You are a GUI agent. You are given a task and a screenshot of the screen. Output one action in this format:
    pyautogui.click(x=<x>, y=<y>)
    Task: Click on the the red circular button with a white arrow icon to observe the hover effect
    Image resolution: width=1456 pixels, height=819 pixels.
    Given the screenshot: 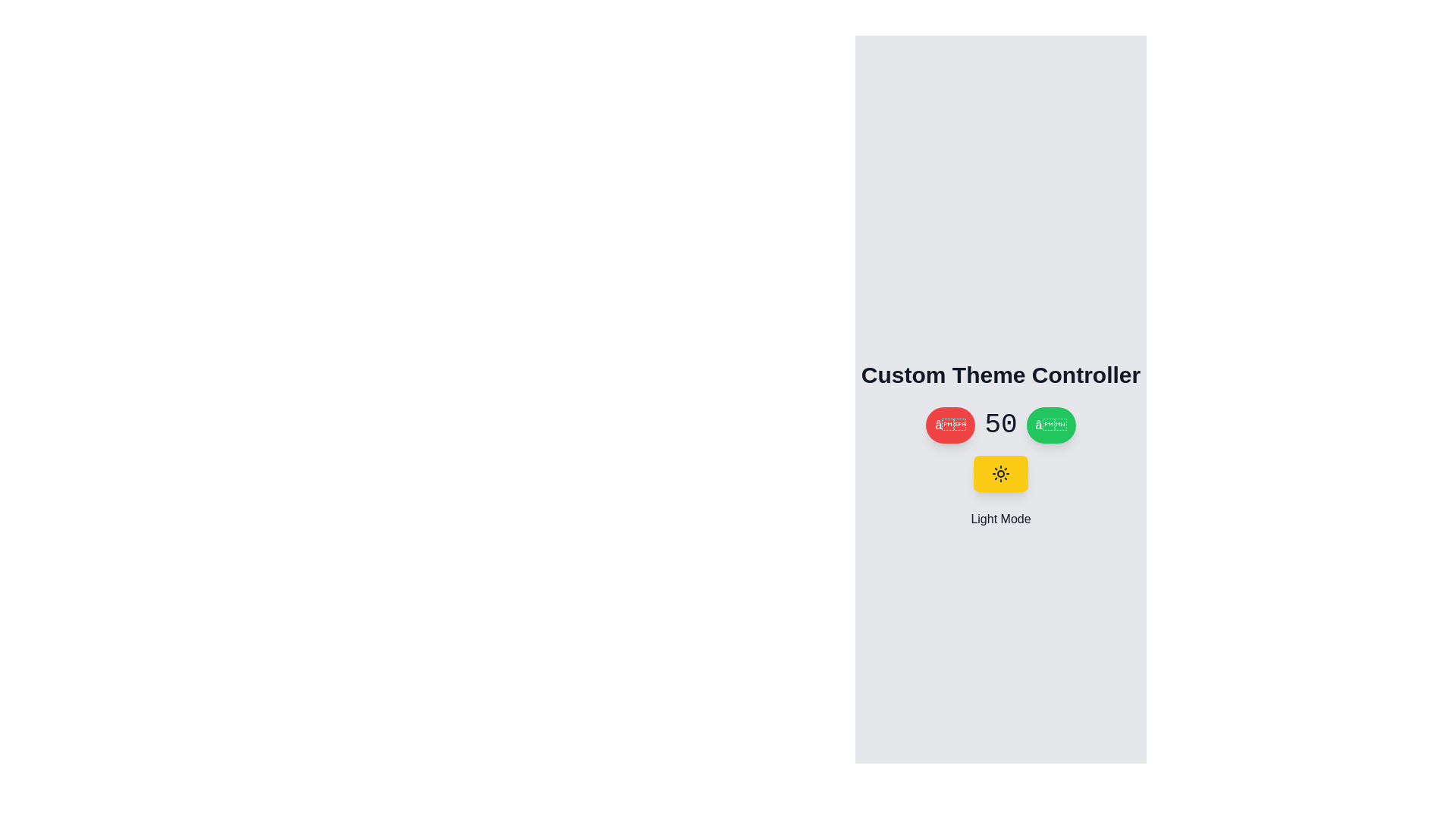 What is the action you would take?
    pyautogui.click(x=949, y=425)
    